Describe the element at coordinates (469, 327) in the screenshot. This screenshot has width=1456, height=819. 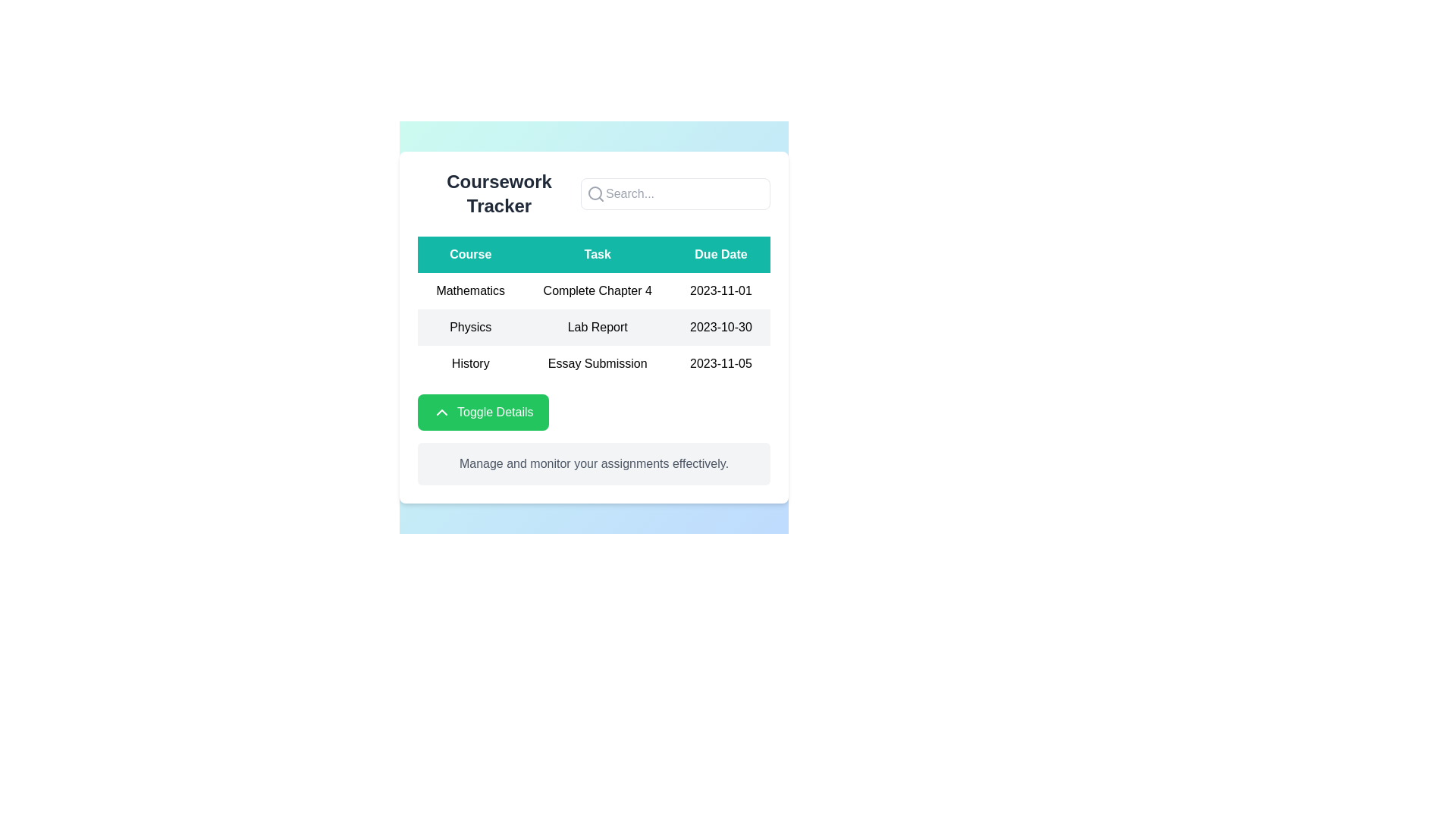
I see `the static text label 'Physics' in the coursework tracker interface` at that location.